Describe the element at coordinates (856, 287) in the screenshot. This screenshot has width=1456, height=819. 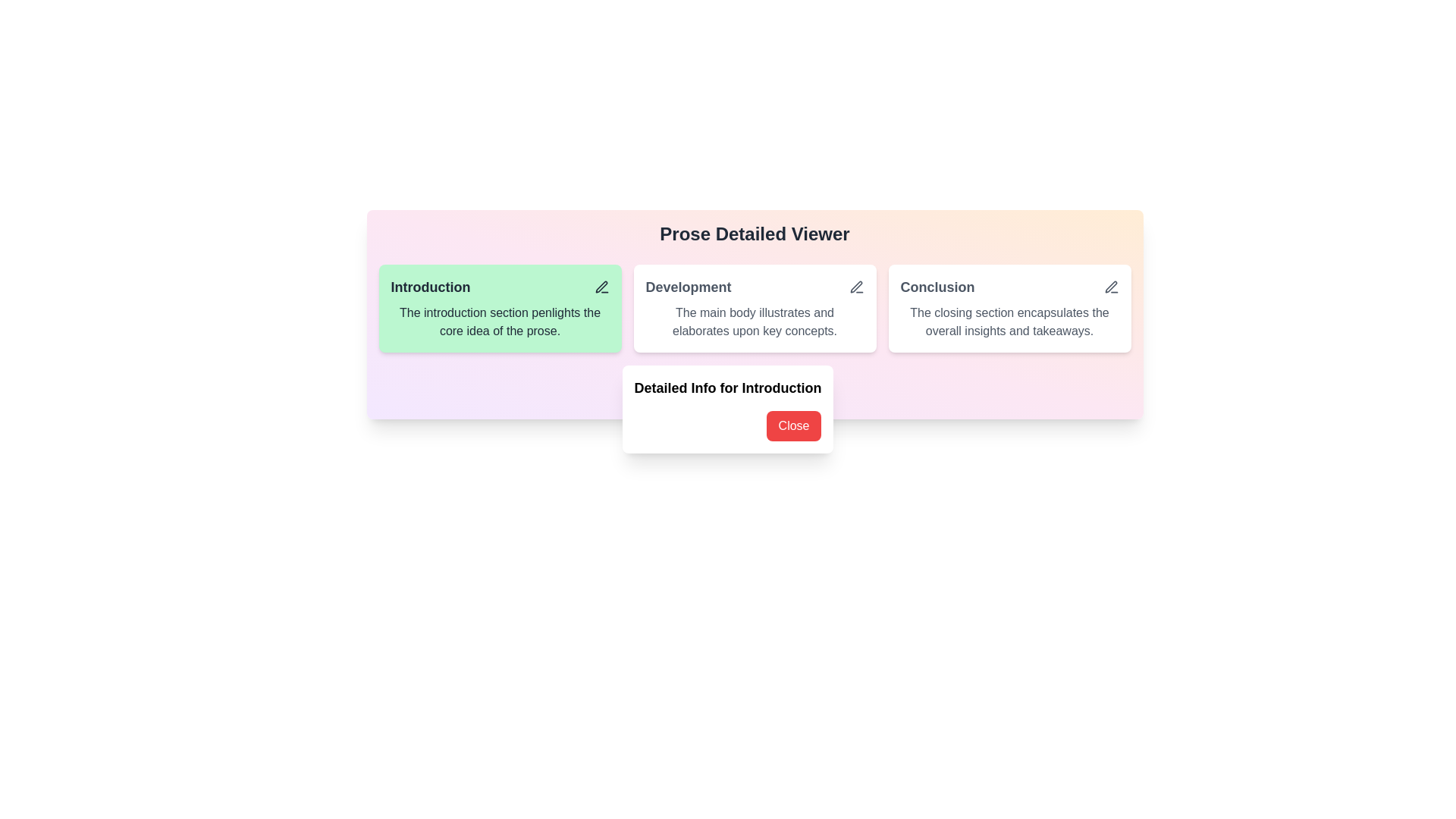
I see `the edit button located to the right of the 'Development' text to initiate editing` at that location.